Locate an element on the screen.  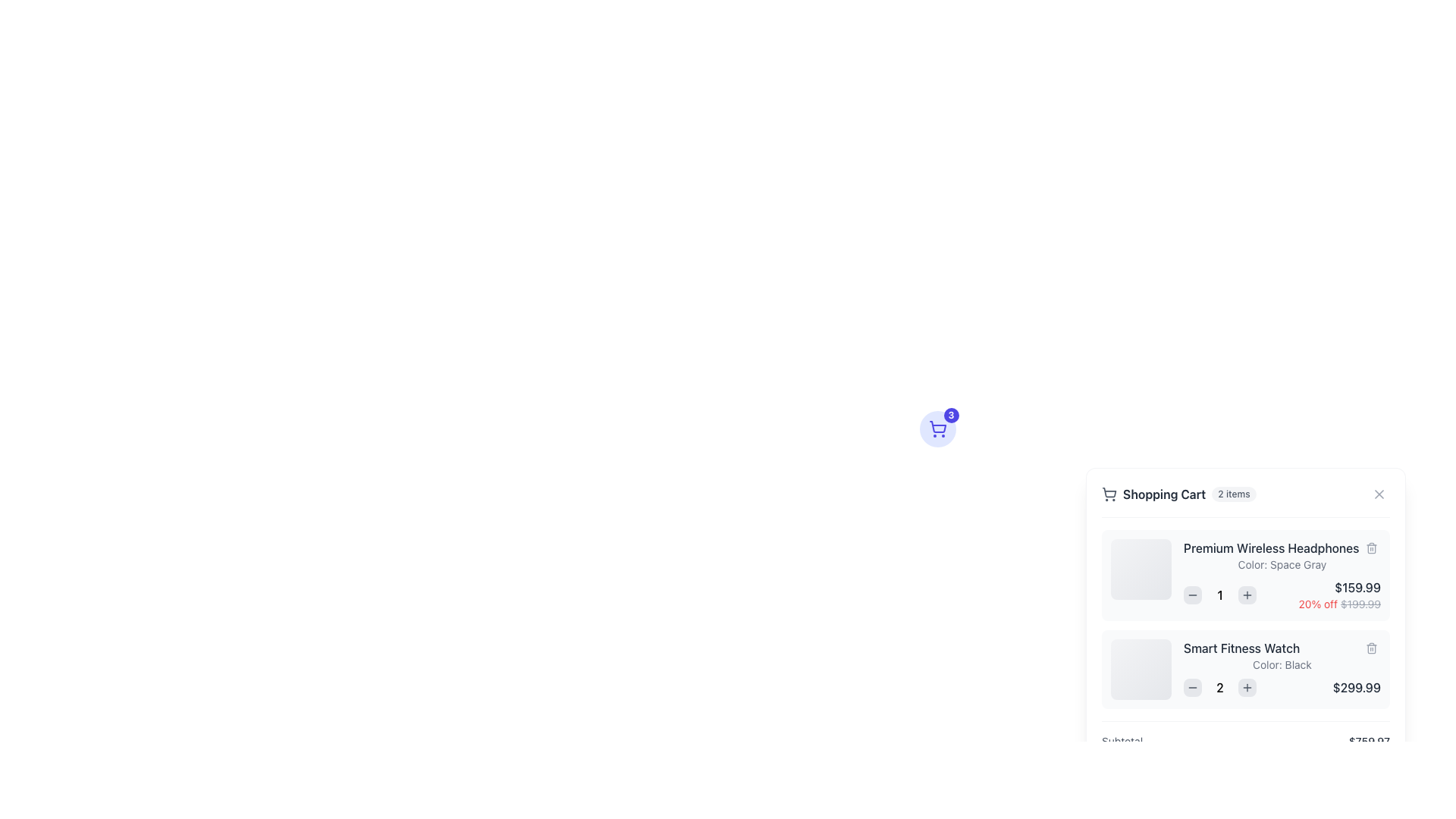
text of the product title label located at the top of the first item listing in the shopping cart overlay, positioned to the right of the product's image placeholder is located at coordinates (1281, 548).